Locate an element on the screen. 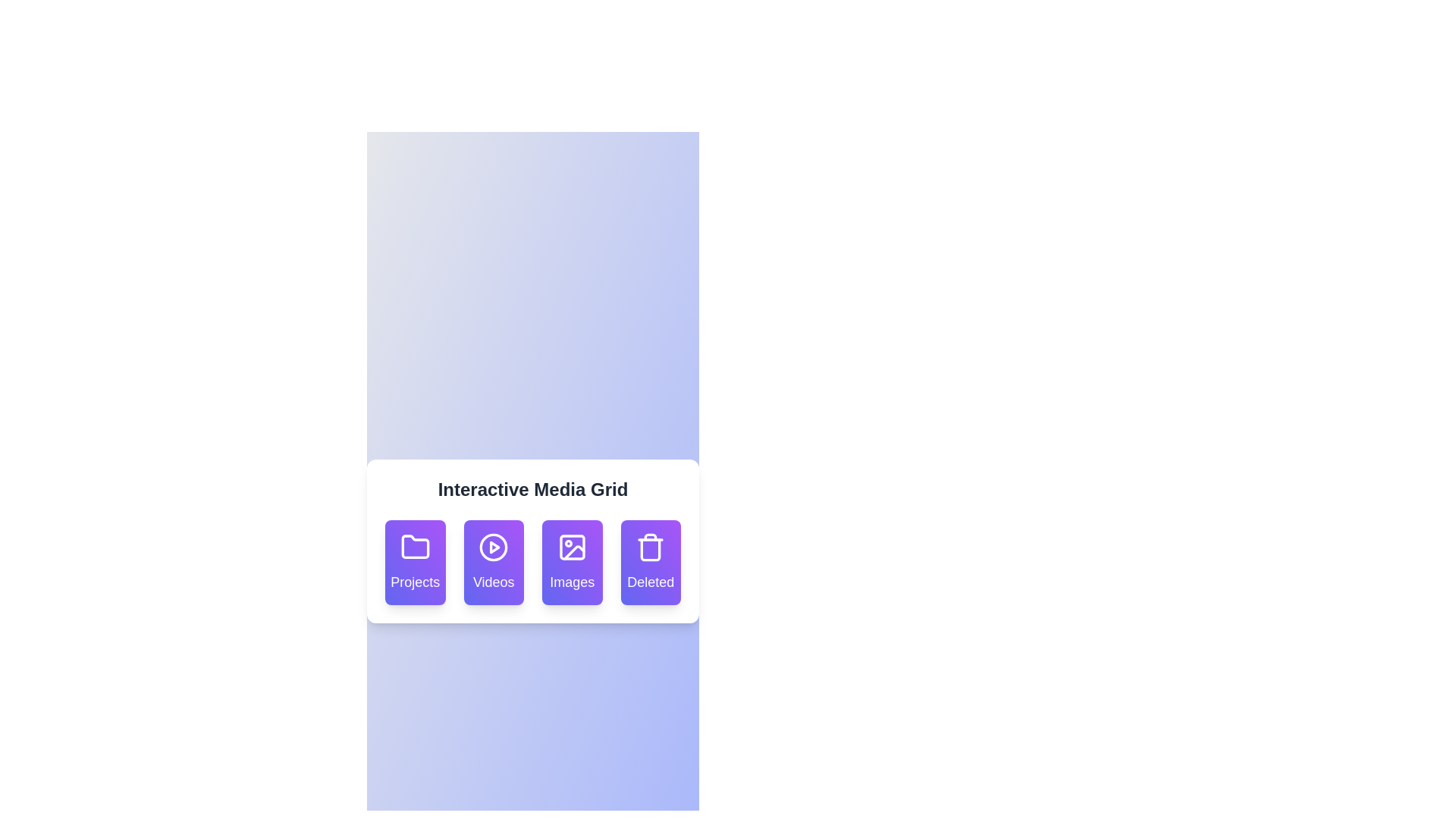  the 'Images' icon, which is the third icon from the left in the Interactive Media Grid, to trigger the hover effect for additional information is located at coordinates (573, 552).